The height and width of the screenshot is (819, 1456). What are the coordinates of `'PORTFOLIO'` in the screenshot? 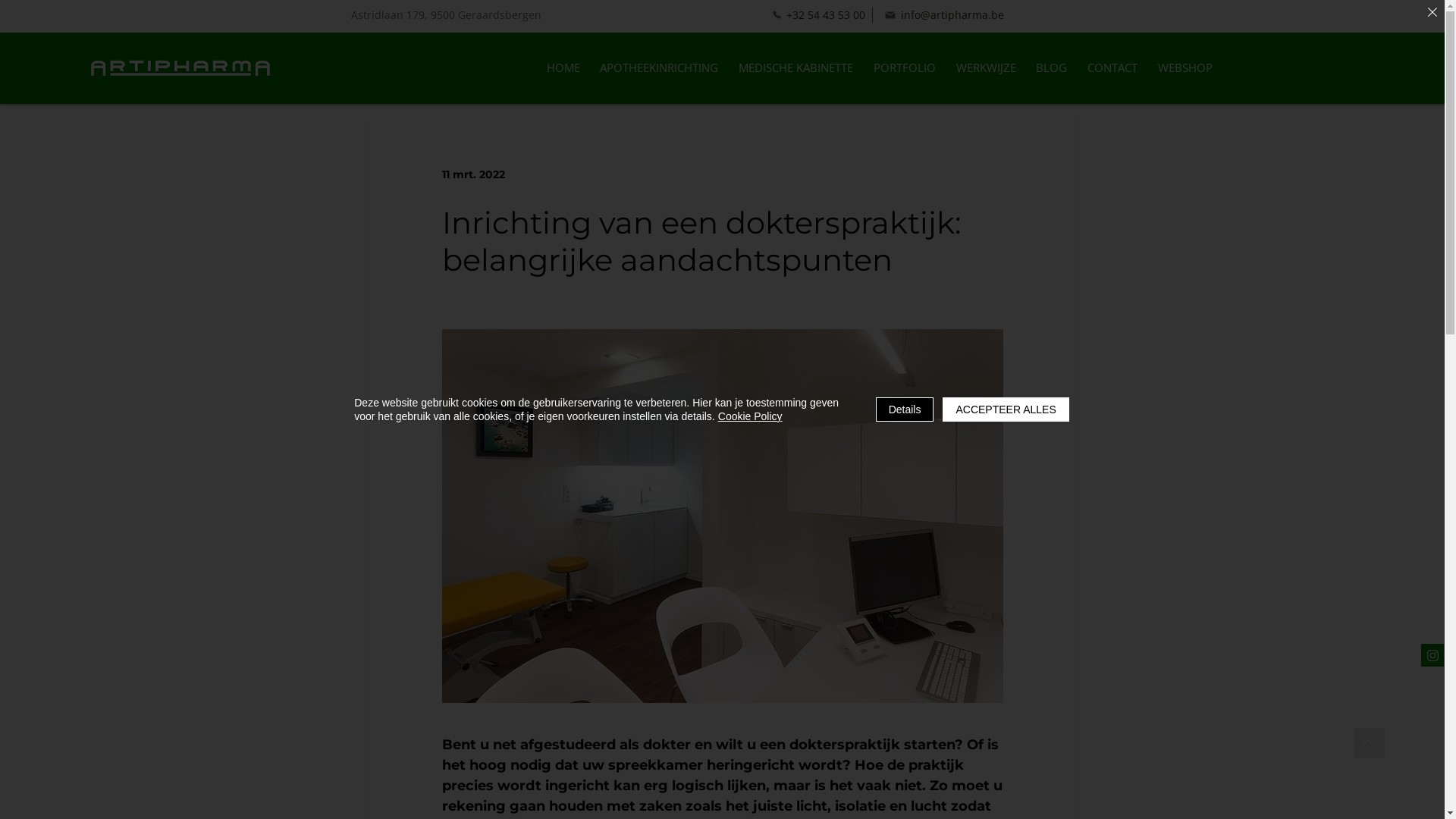 It's located at (904, 67).